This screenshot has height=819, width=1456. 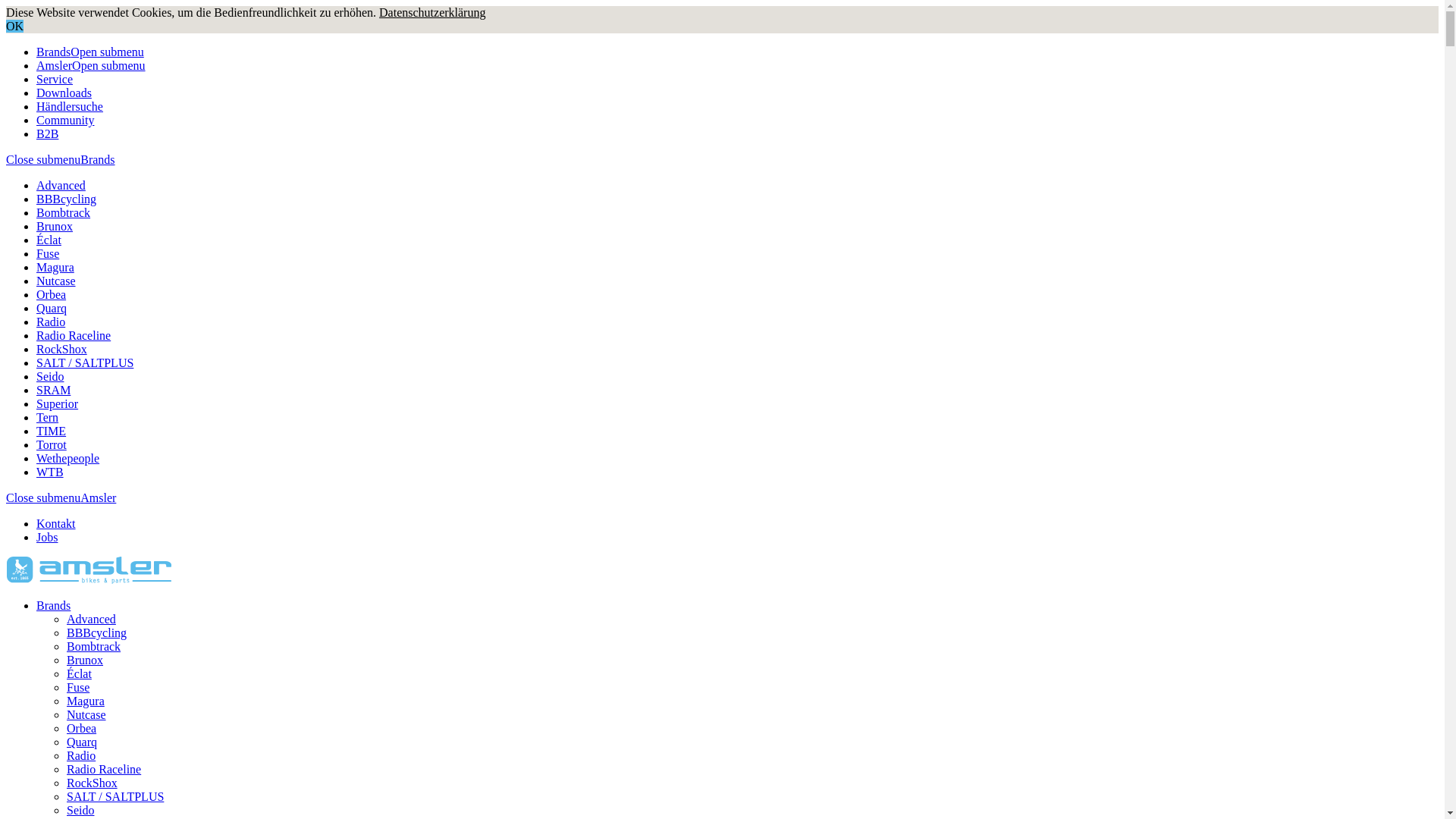 I want to click on 'SRAM', so click(x=53, y=389).